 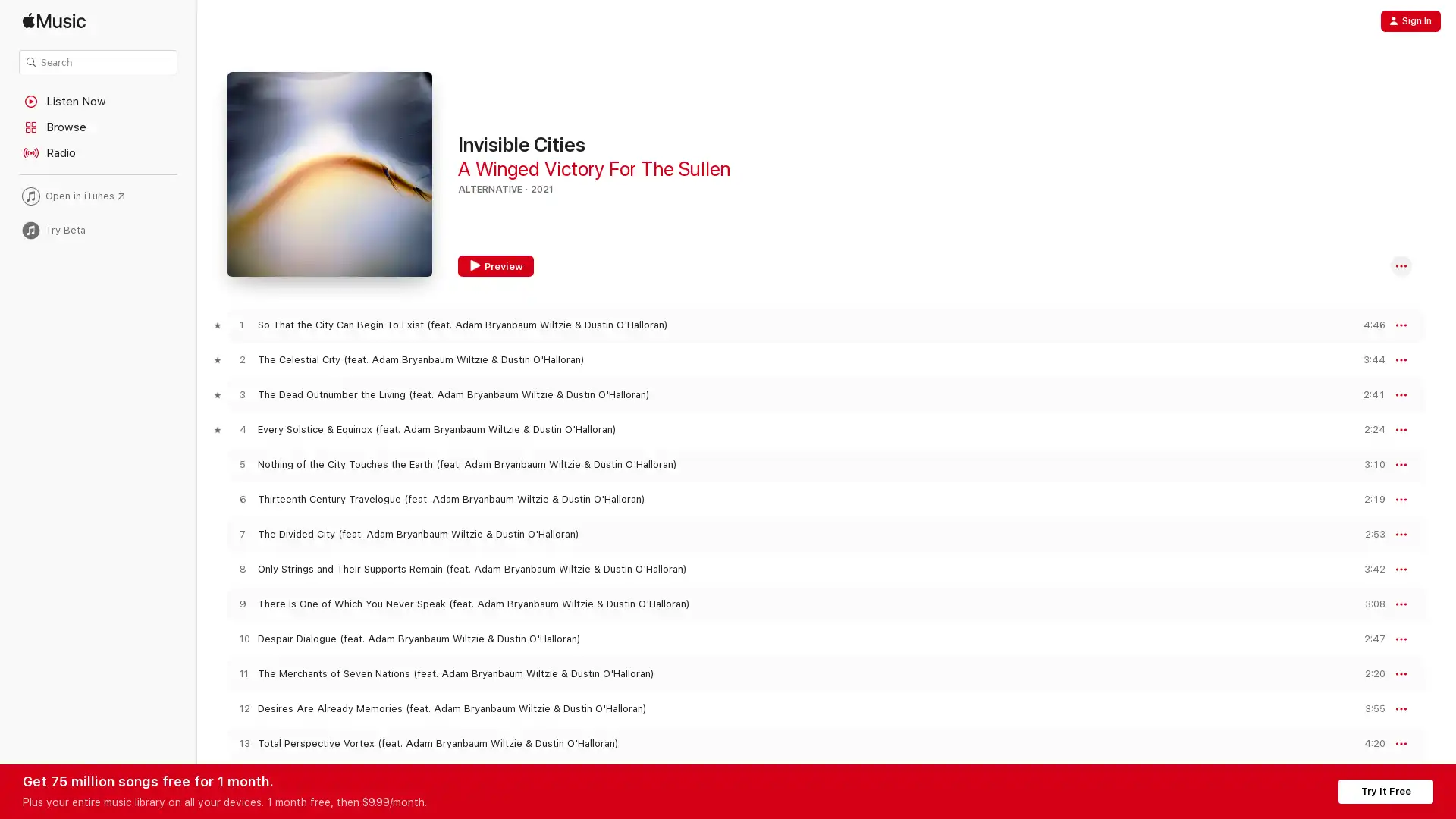 What do you see at coordinates (241, 429) in the screenshot?
I see `Play` at bounding box center [241, 429].